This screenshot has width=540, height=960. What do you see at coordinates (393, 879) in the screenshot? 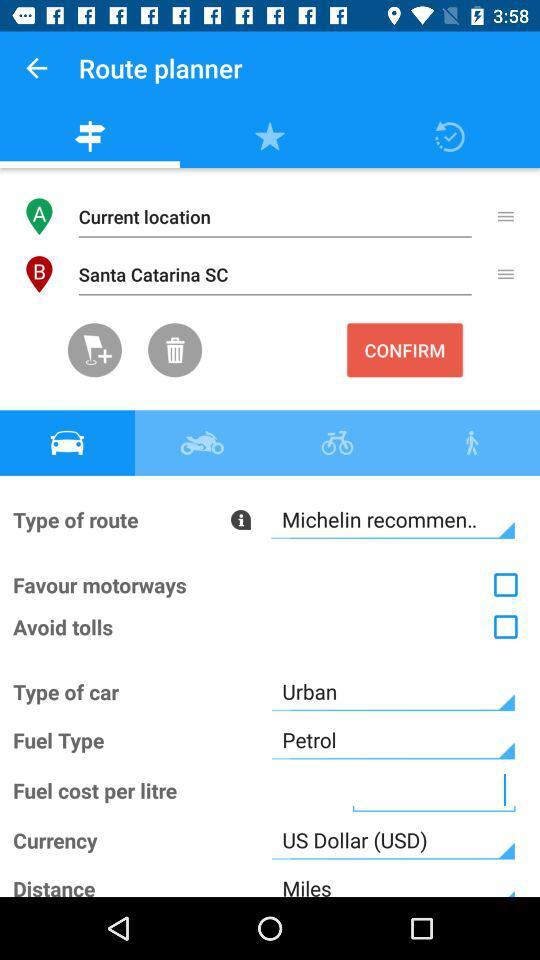
I see `the text field next to distance` at bounding box center [393, 879].